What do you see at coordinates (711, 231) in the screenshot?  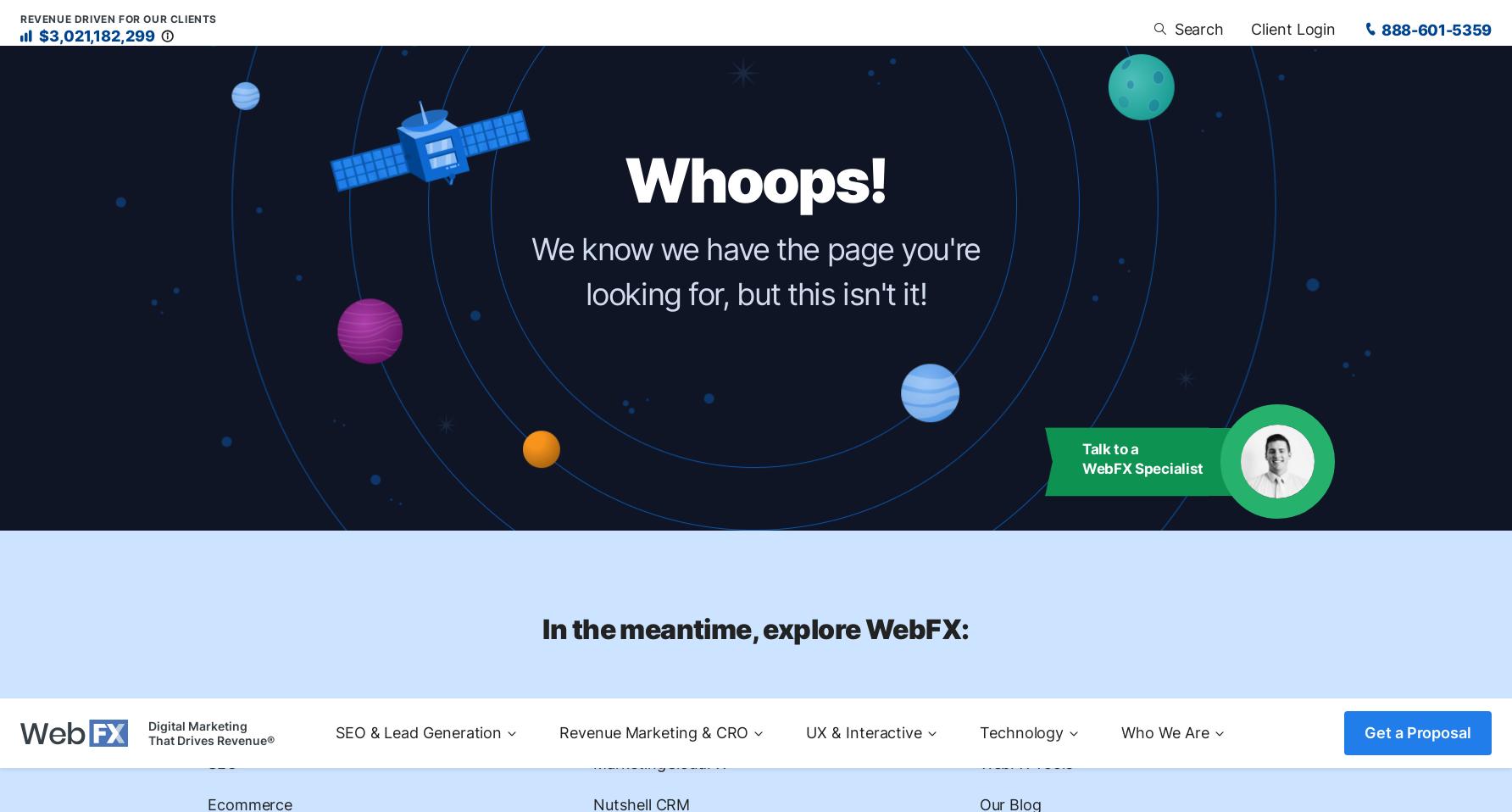 I see `'Salesforce Marketing Automation'` at bounding box center [711, 231].